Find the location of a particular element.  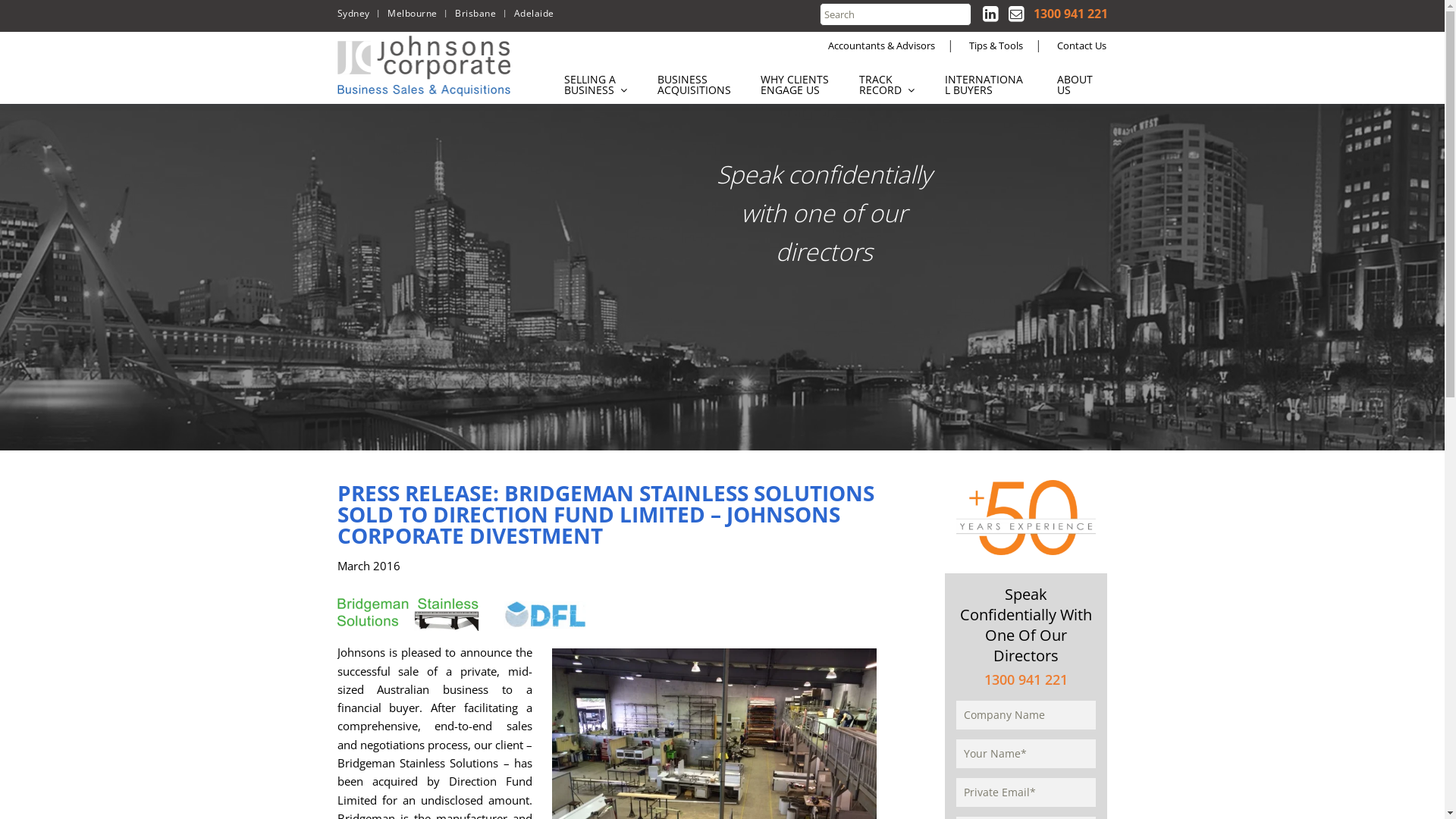

'Contact Us' is located at coordinates (1081, 45).